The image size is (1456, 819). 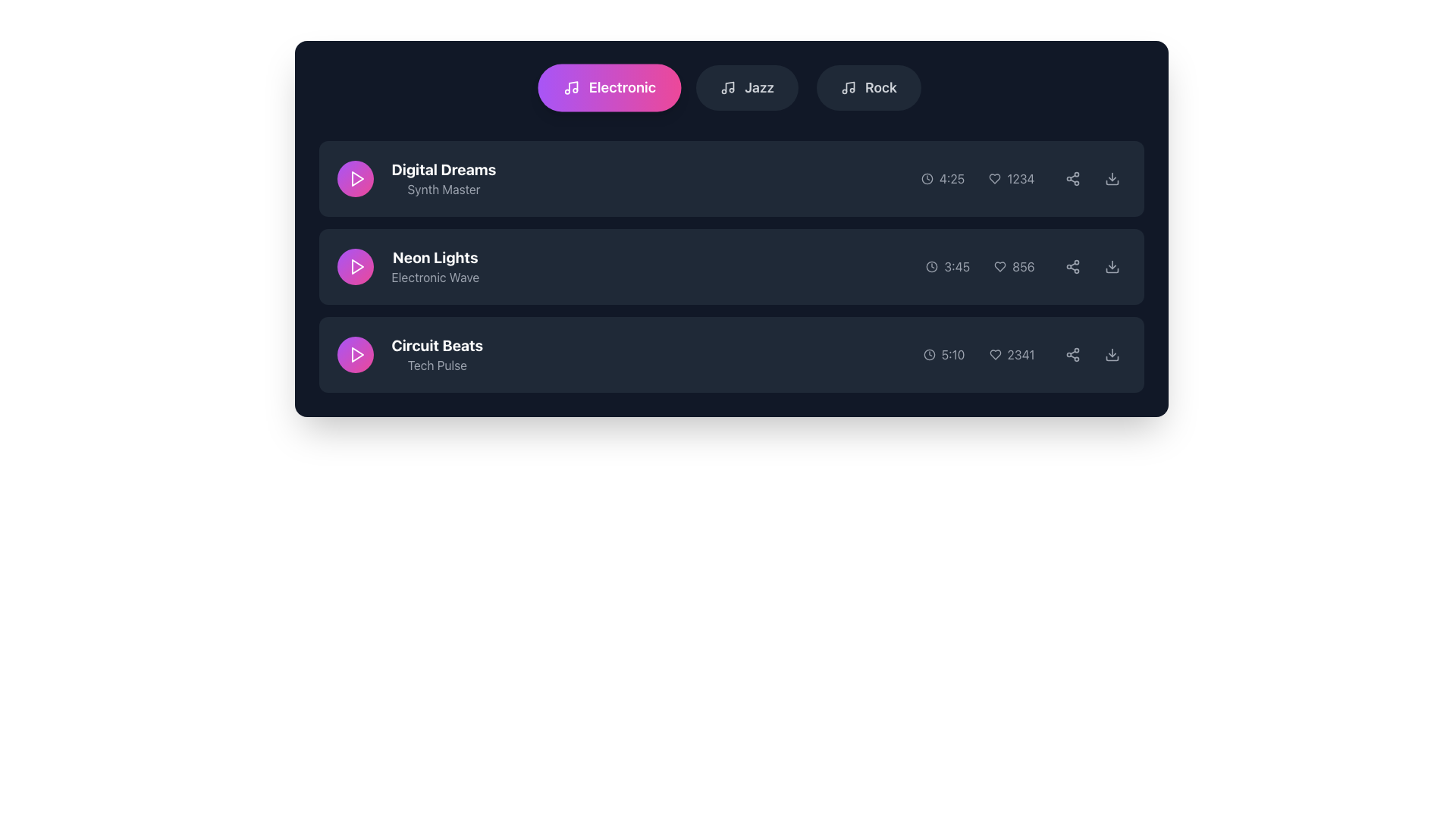 What do you see at coordinates (730, 86) in the screenshot?
I see `the Jazz music genre icon element located in the middle row of icons at the top of the interface for visual indication` at bounding box center [730, 86].